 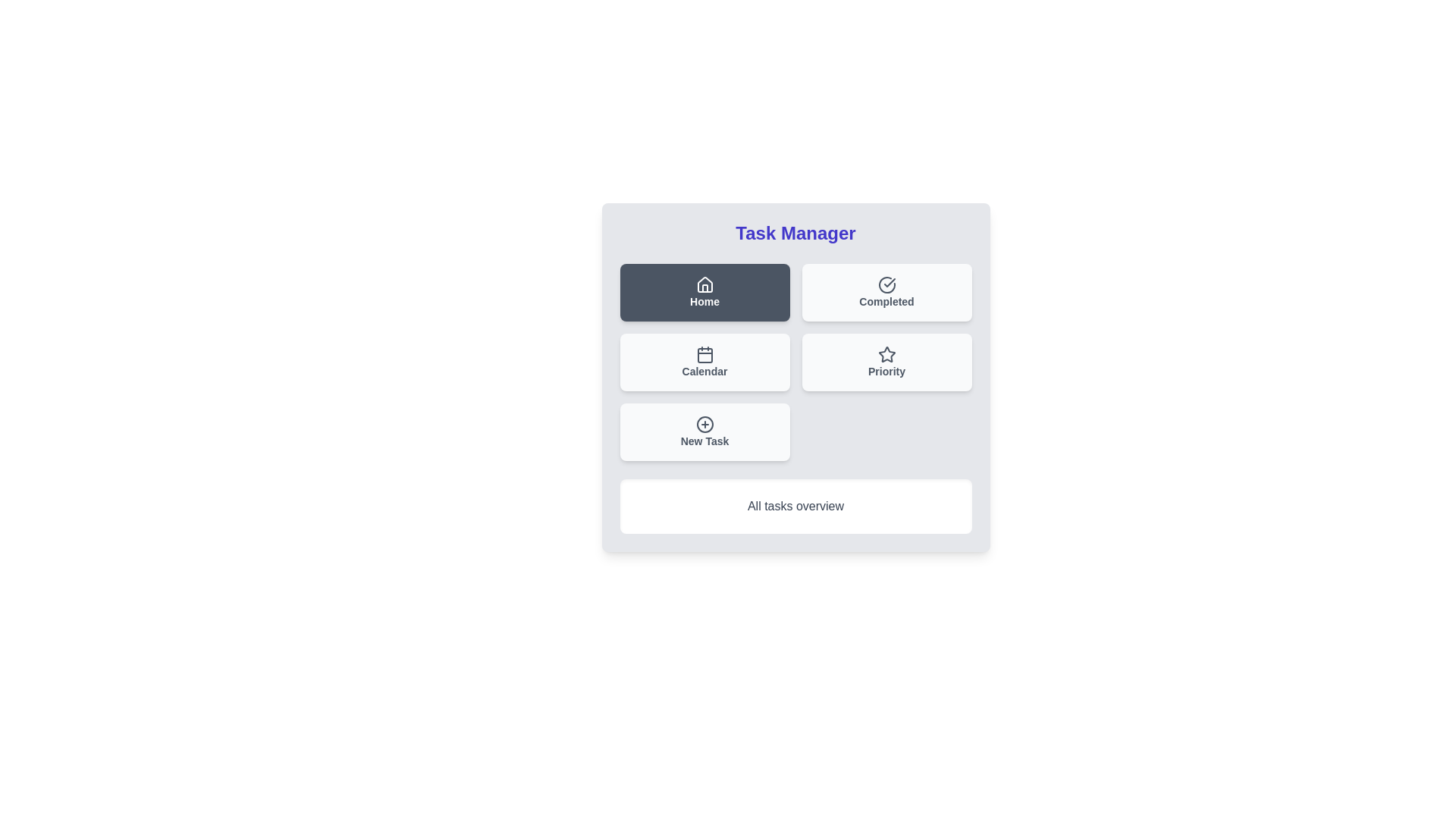 What do you see at coordinates (886, 362) in the screenshot?
I see `the 'Priority' button, which is a rectangular button with rounded corners, a light gray background, and a star icon above the text. The button is located in the lower right quadrant of a 2x3 grid layout, specifically in the second column of the second row` at bounding box center [886, 362].